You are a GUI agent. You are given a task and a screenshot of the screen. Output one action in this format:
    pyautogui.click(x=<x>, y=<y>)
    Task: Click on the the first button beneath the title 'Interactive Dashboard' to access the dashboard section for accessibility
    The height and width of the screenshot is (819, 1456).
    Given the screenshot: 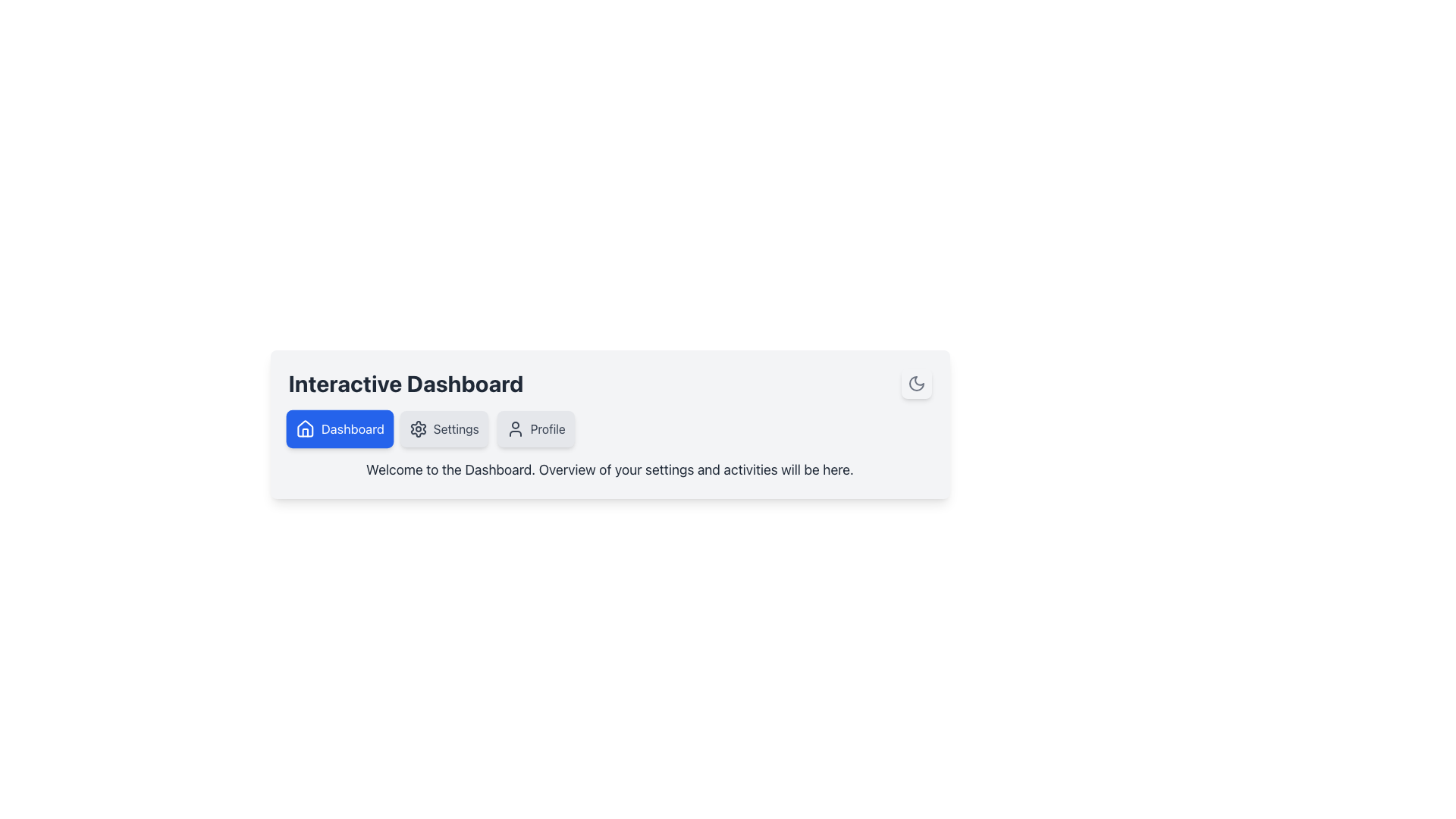 What is the action you would take?
    pyautogui.click(x=339, y=429)
    